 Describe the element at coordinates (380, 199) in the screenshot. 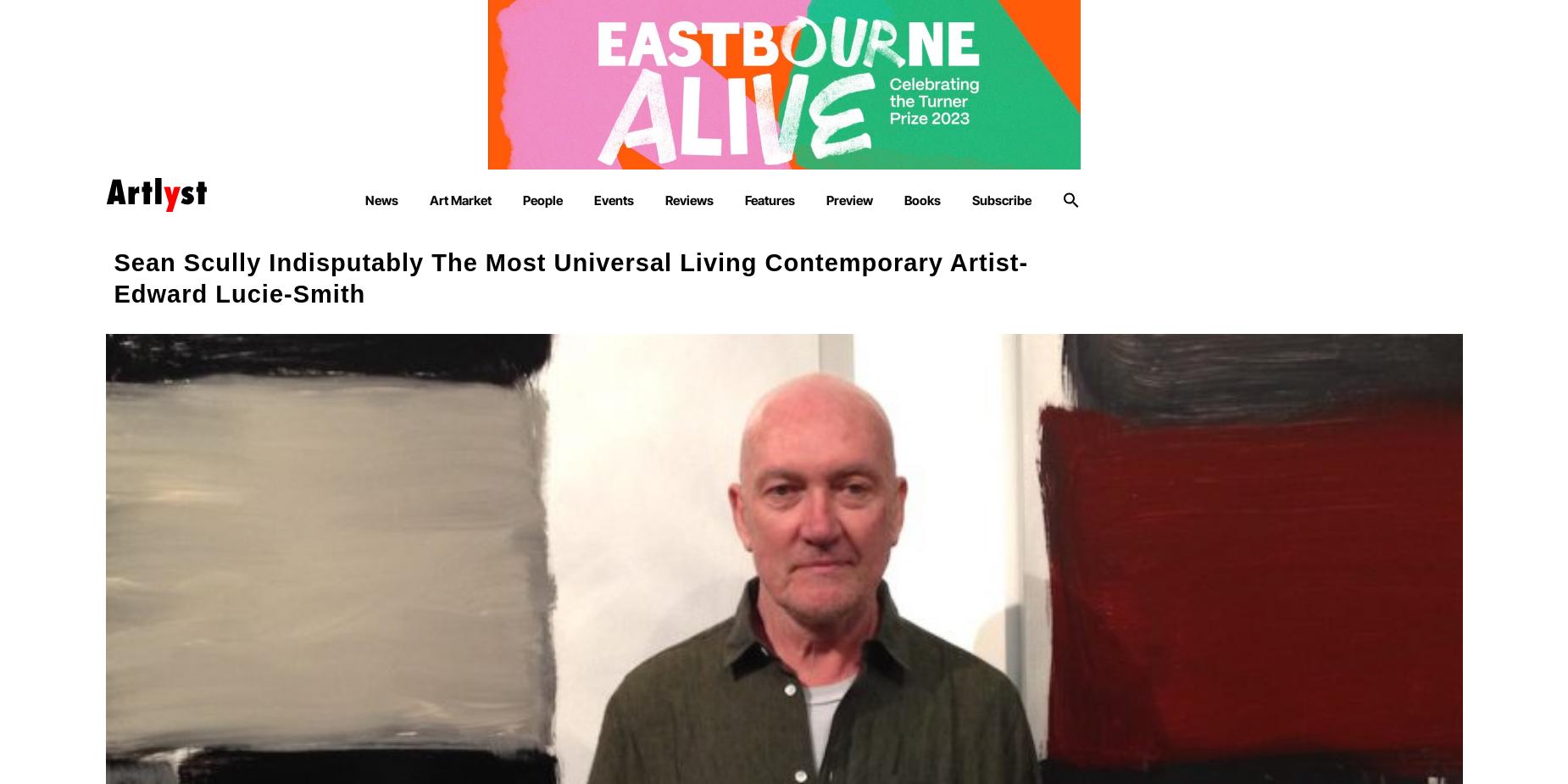

I see `'News'` at that location.